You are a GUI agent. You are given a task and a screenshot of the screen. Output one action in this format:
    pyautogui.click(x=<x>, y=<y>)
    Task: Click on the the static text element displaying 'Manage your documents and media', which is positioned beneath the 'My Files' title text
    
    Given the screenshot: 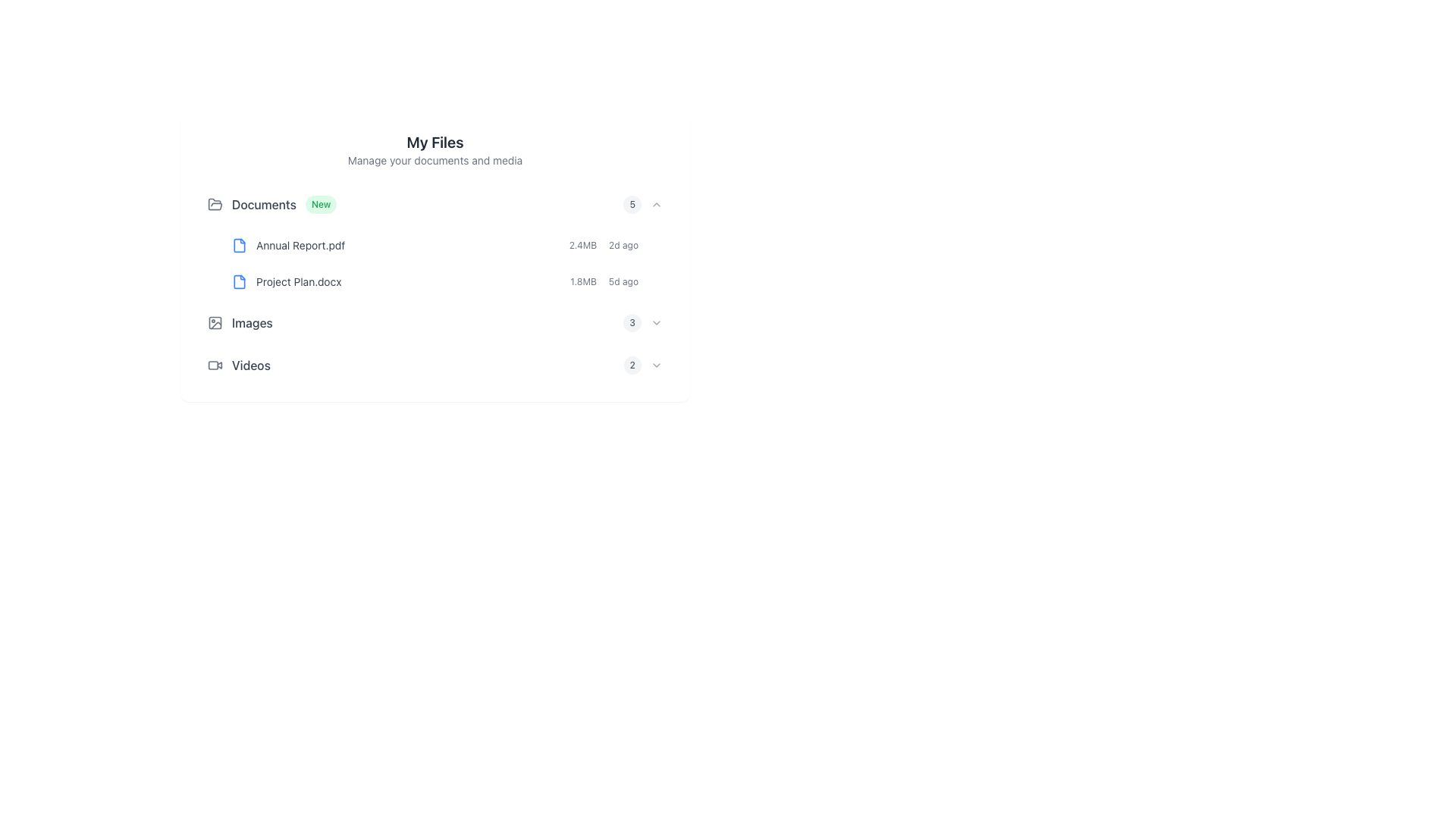 What is the action you would take?
    pyautogui.click(x=435, y=161)
    